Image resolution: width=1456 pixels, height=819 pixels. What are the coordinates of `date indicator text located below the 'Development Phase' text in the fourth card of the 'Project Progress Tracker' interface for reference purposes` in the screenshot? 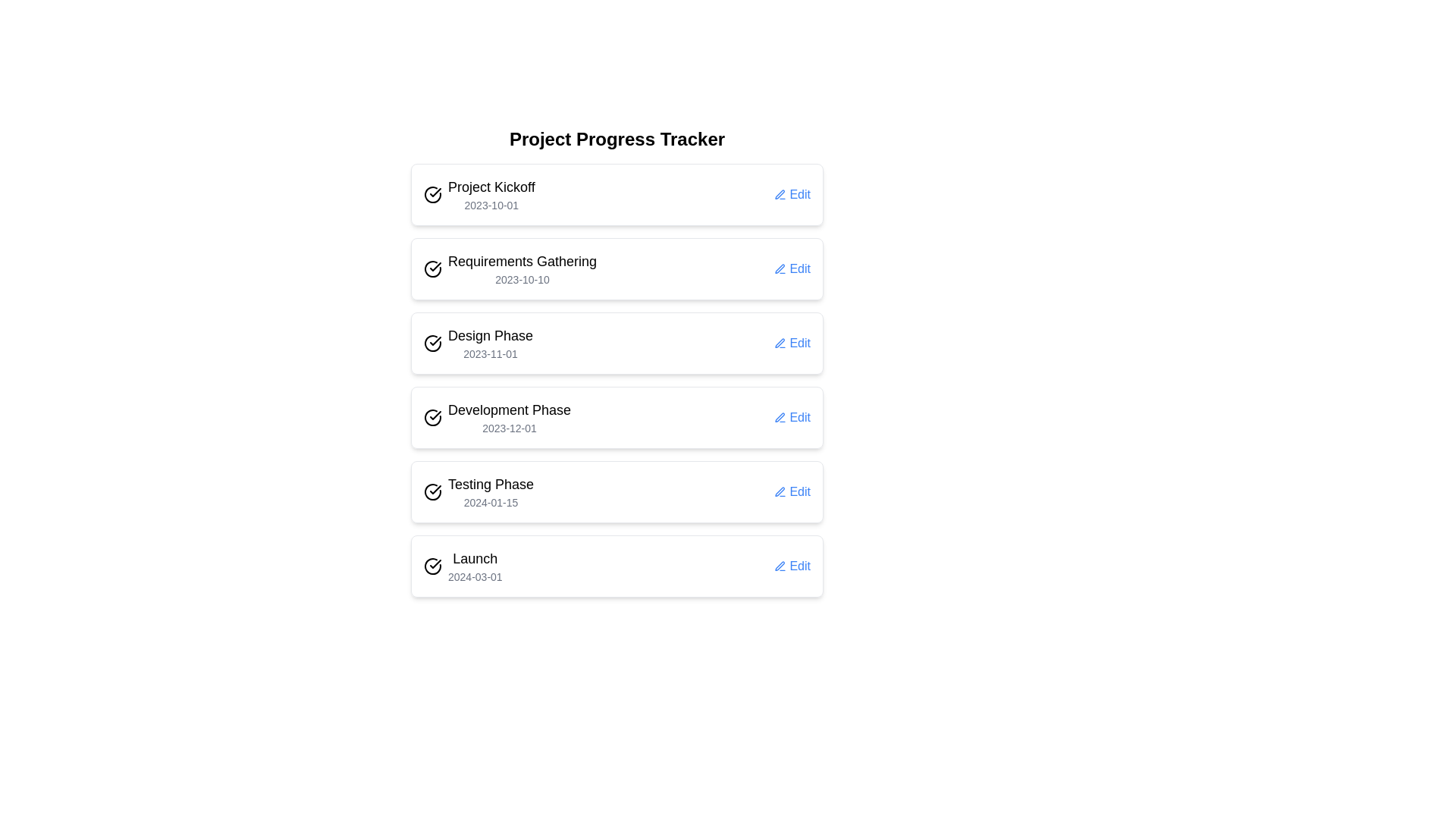 It's located at (510, 428).